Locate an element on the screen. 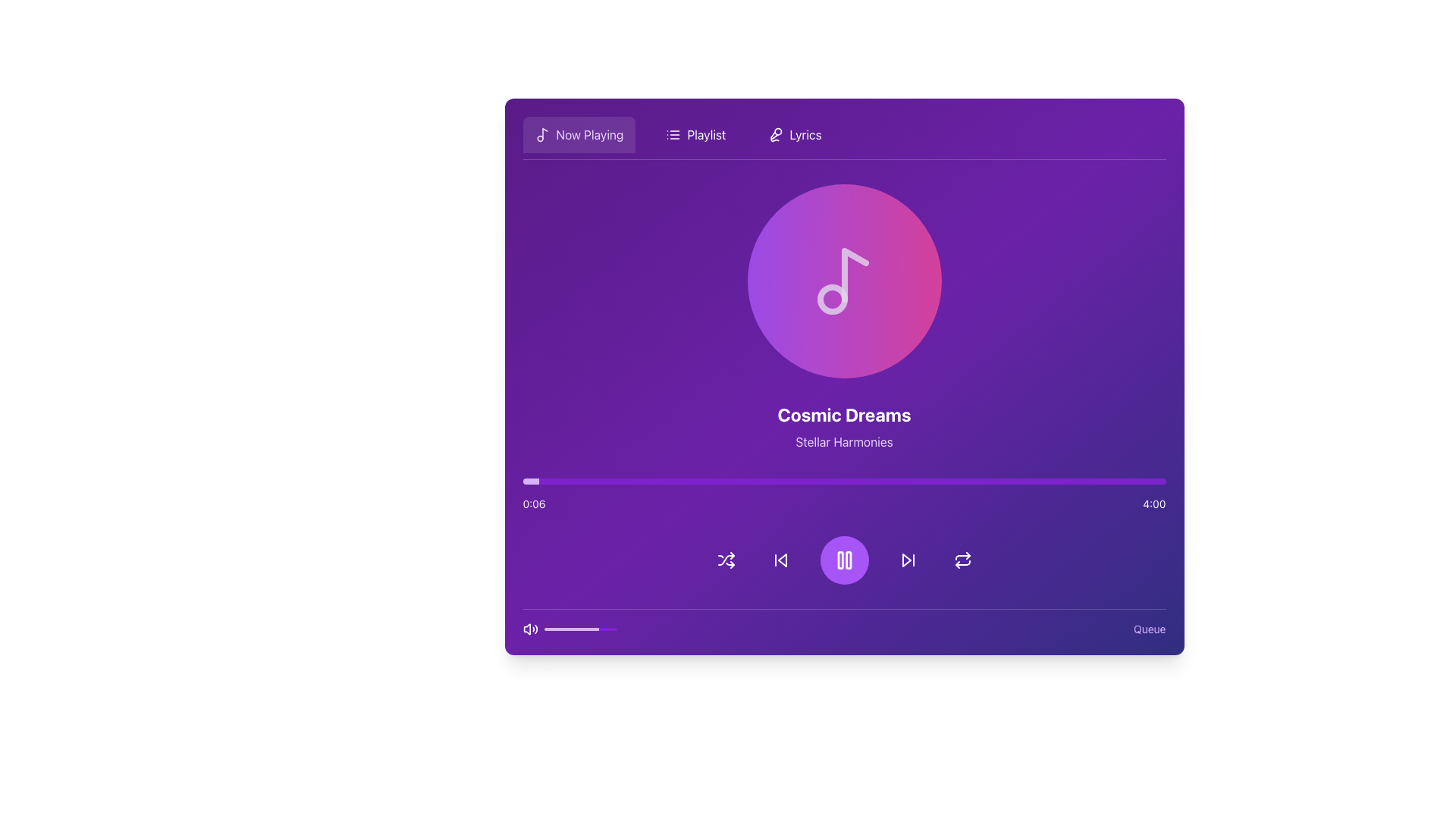 Image resolution: width=1456 pixels, height=819 pixels. the tab selection button for 'Now Playing' located at the top-left corner of the interface is located at coordinates (578, 133).